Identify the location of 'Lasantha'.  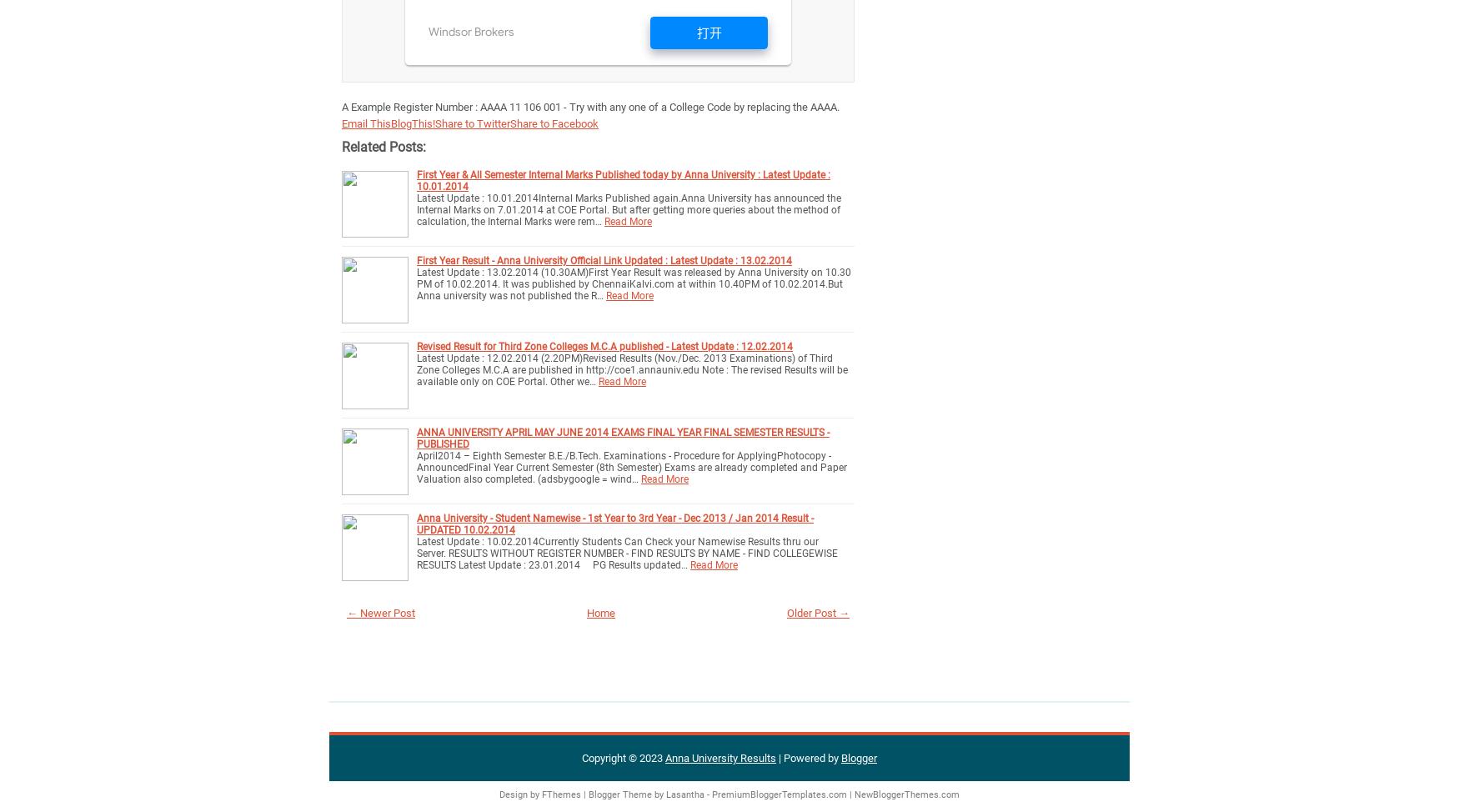
(684, 794).